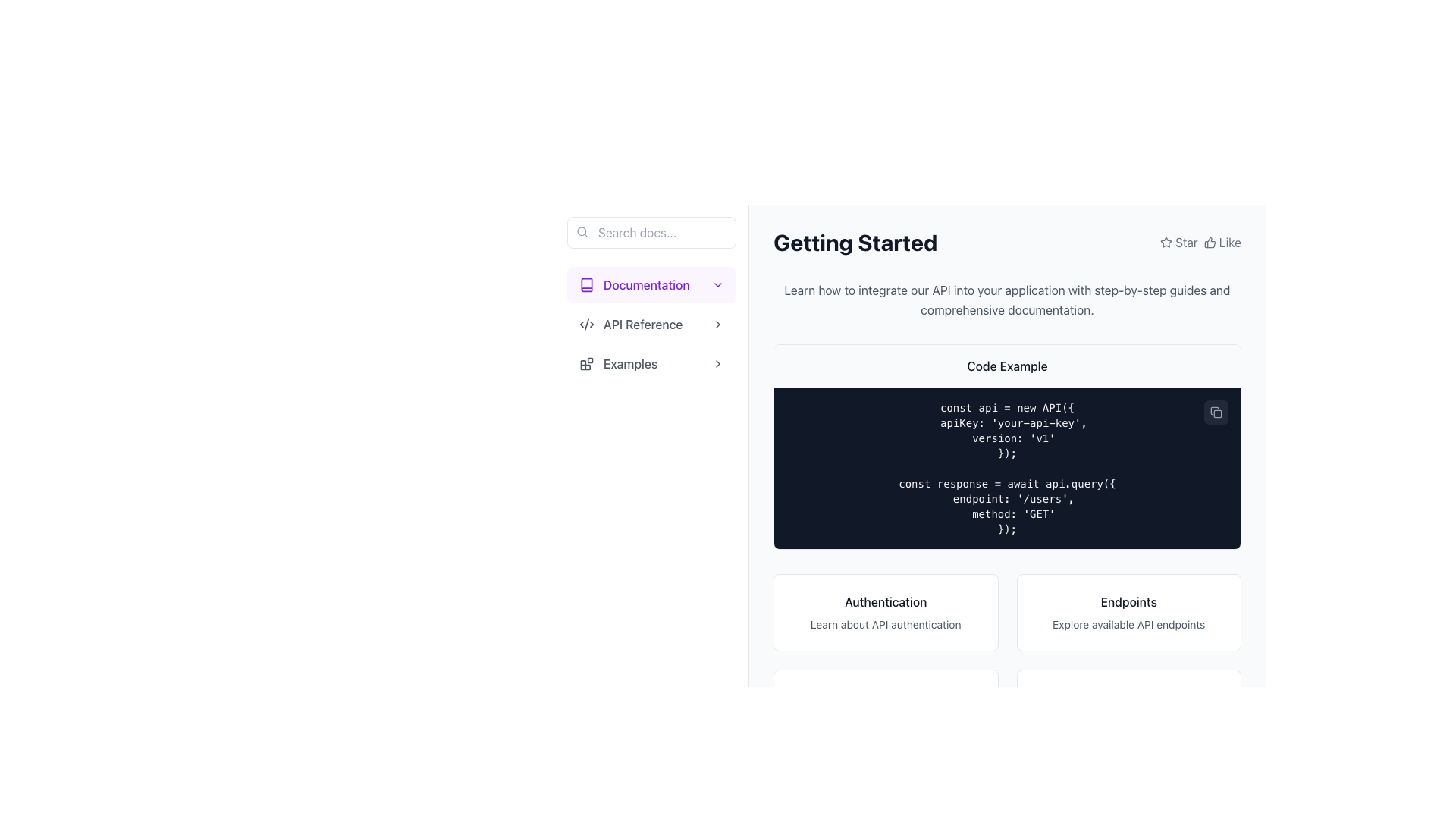  I want to click on the Chevron-right icon, which is a small right-pointing triangular arrowhead located on the rightmost side of the 'Examples' button, so click(717, 363).